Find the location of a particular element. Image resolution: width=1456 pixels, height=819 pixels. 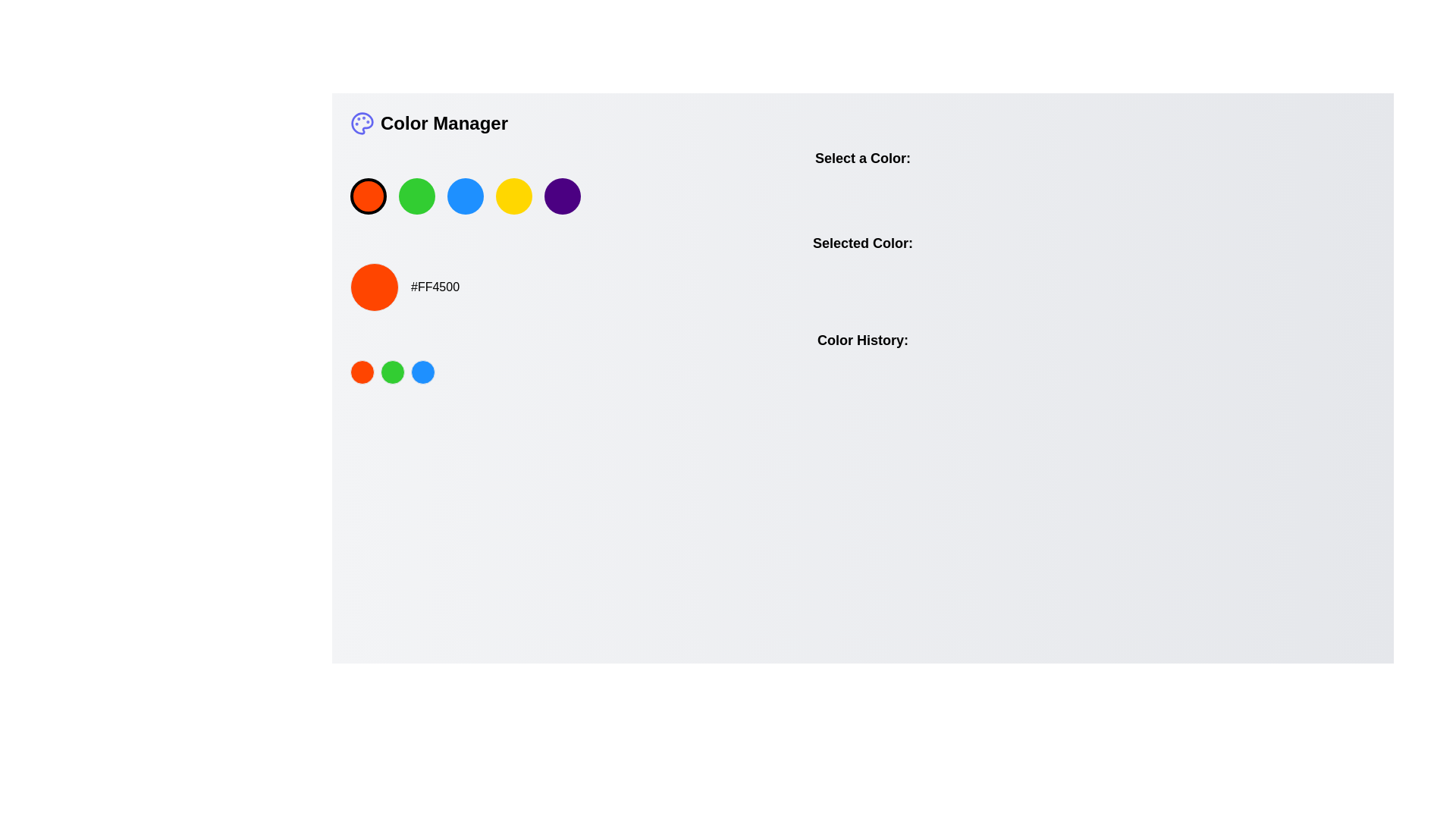

the header text label 'Color History:' which is styled in bold black font, located in the top center area of the interface, specifically in the 'Color History' subsection is located at coordinates (862, 339).